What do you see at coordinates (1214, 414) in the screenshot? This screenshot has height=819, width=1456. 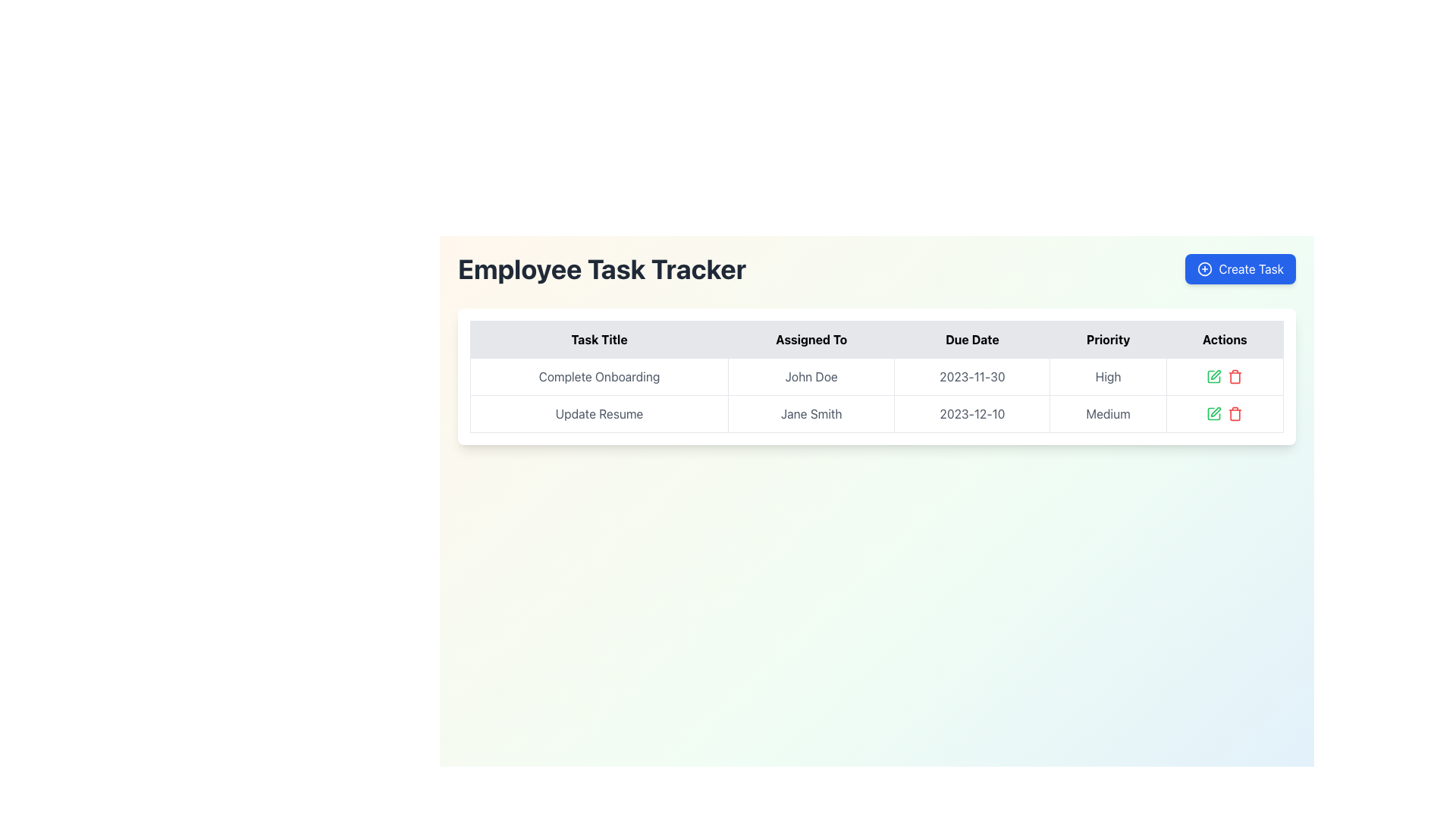 I see `the edit icon in the 'Actions' column of the 'Update Resume' task` at bounding box center [1214, 414].